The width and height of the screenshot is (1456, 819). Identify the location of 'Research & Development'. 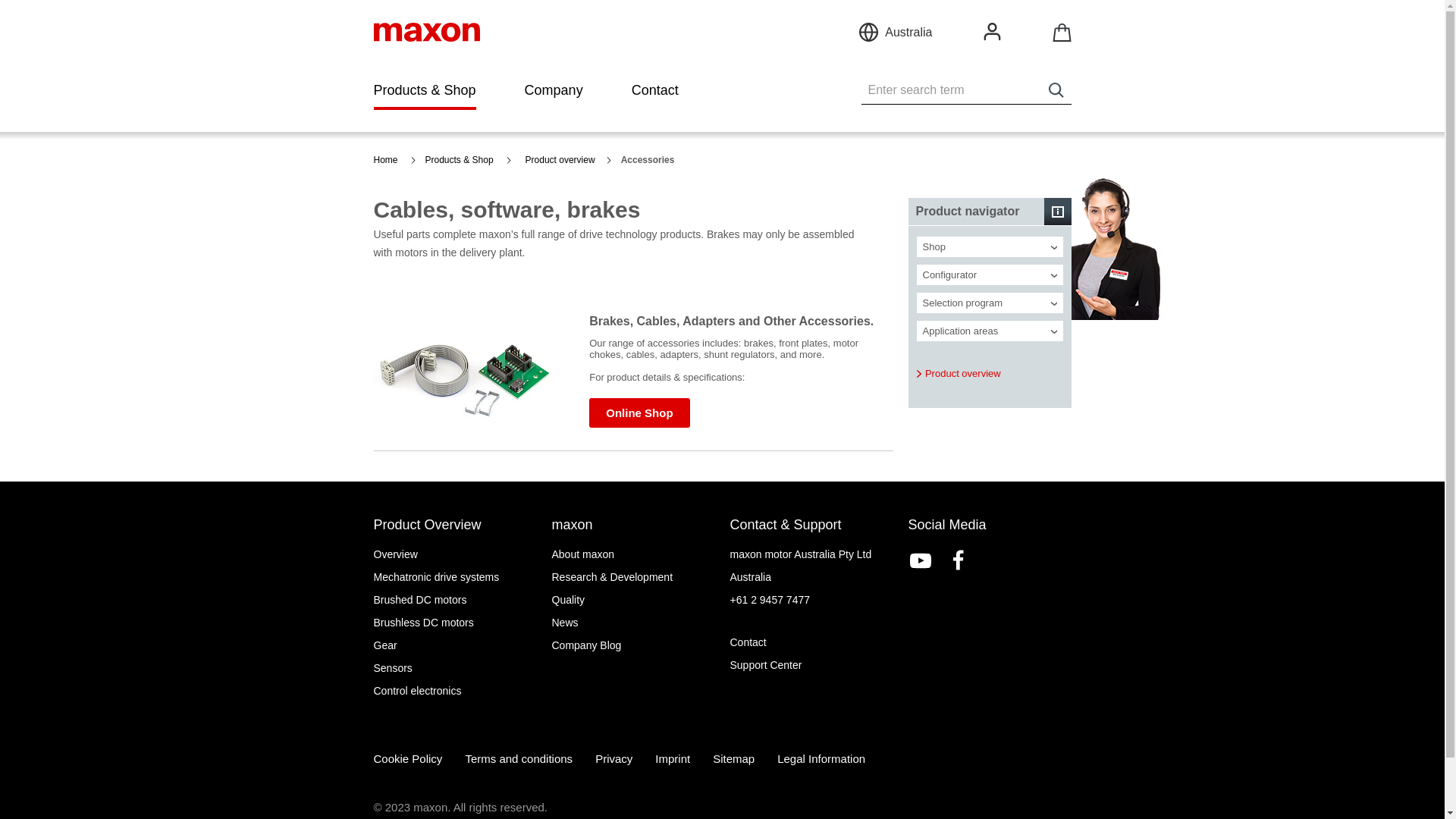
(633, 576).